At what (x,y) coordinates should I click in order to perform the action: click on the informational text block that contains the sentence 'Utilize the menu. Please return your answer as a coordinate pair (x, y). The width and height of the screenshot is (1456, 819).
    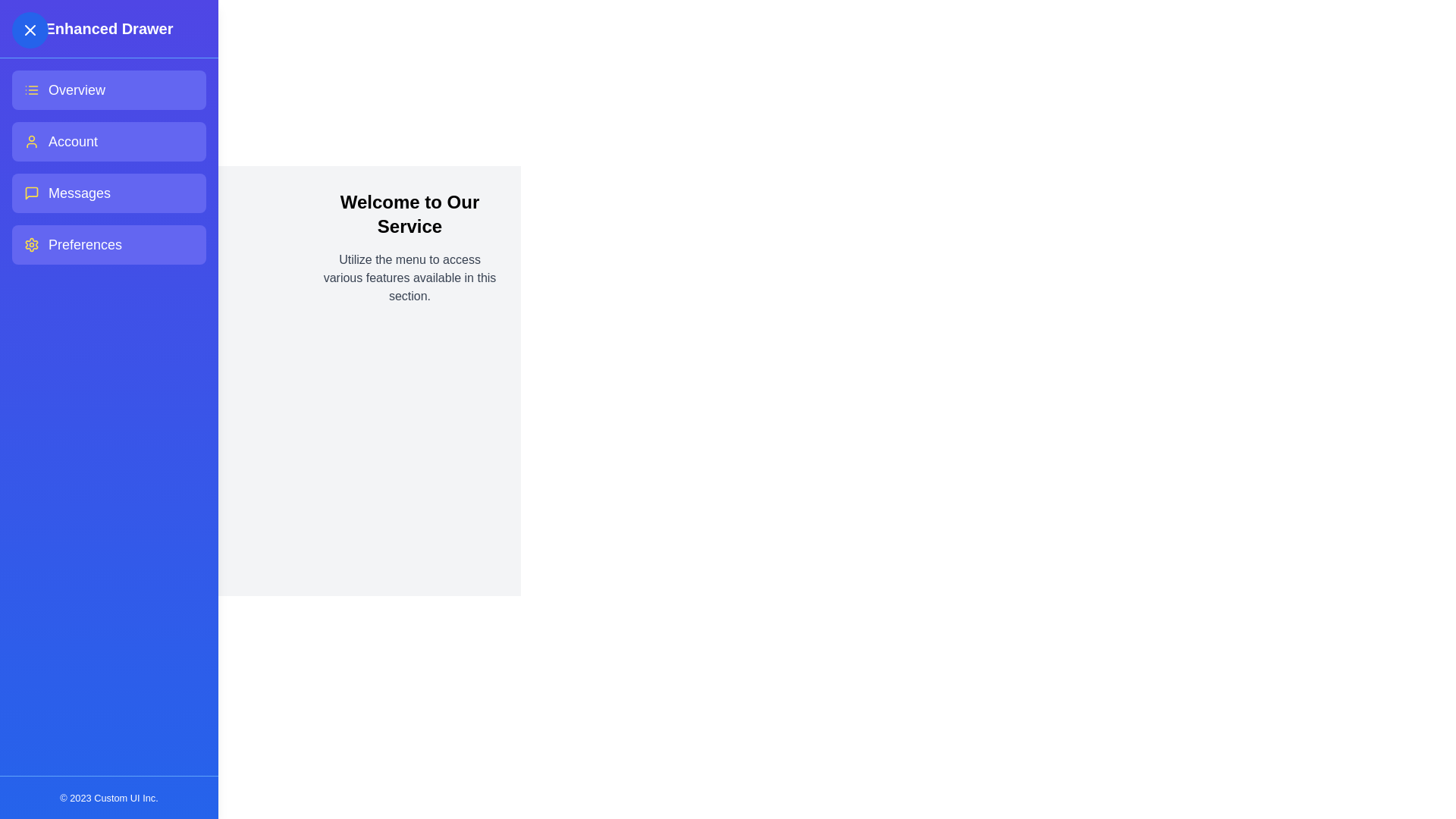
    Looking at the image, I should click on (409, 278).